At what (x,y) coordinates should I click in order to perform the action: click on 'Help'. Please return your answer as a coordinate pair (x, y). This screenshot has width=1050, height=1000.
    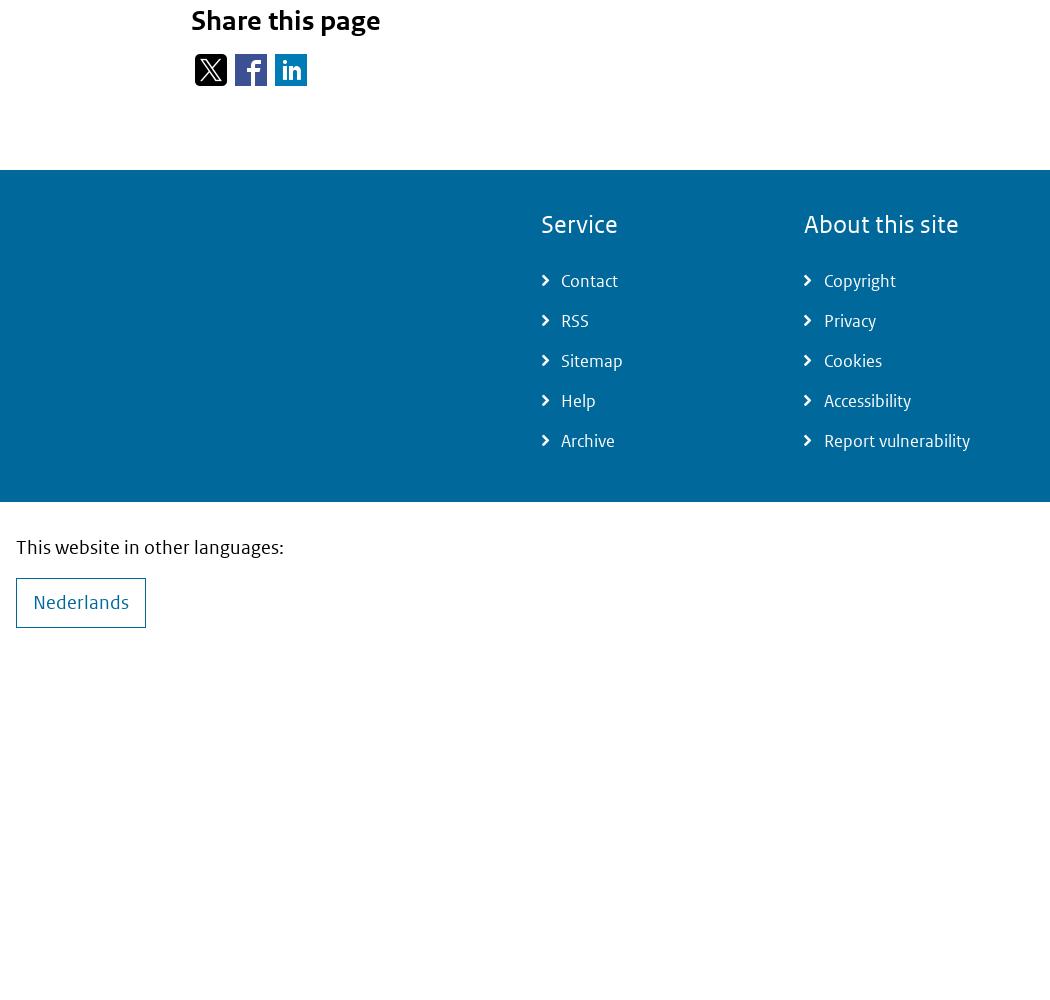
    Looking at the image, I should click on (561, 401).